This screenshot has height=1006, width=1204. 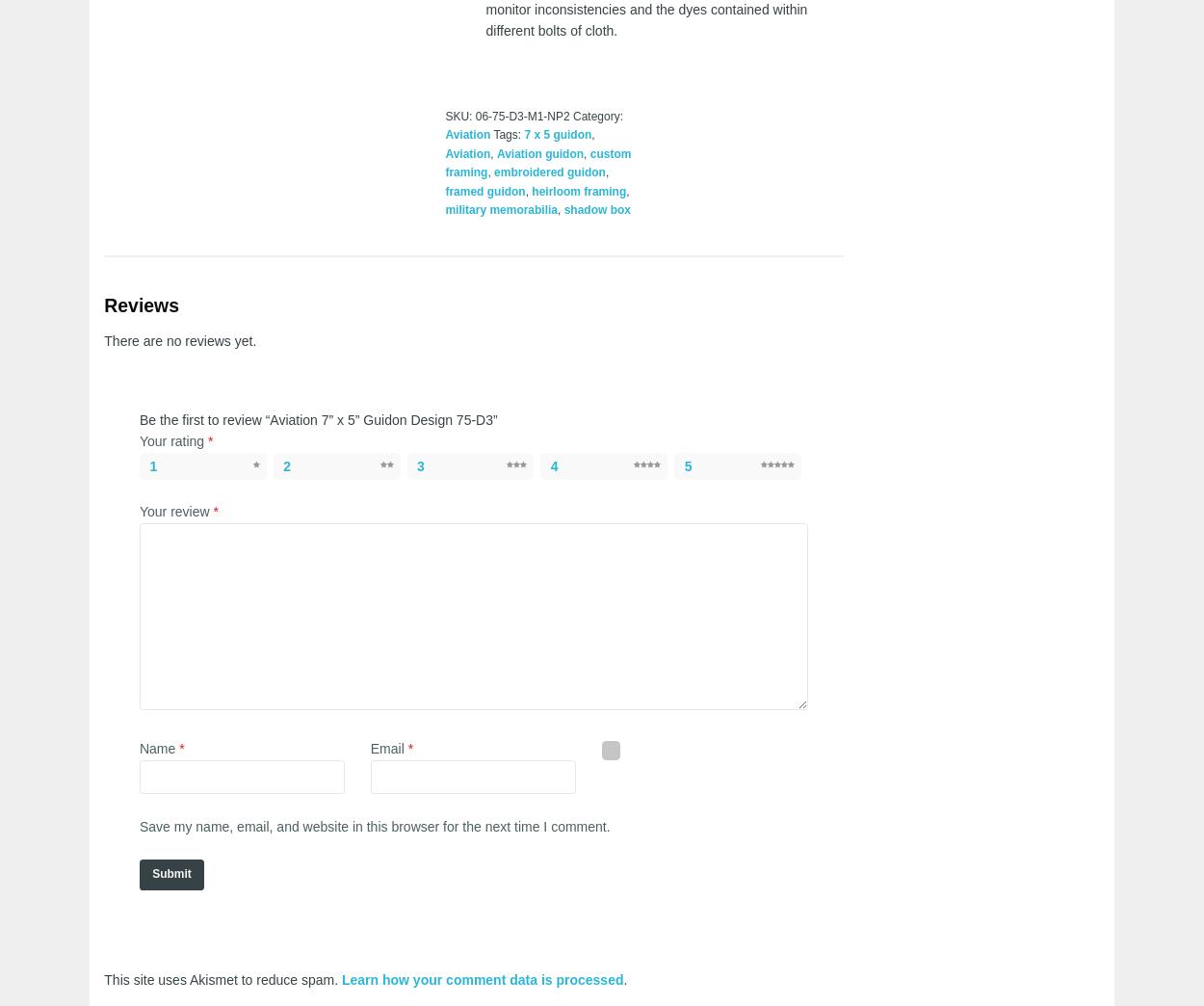 What do you see at coordinates (159, 749) in the screenshot?
I see `'Name'` at bounding box center [159, 749].